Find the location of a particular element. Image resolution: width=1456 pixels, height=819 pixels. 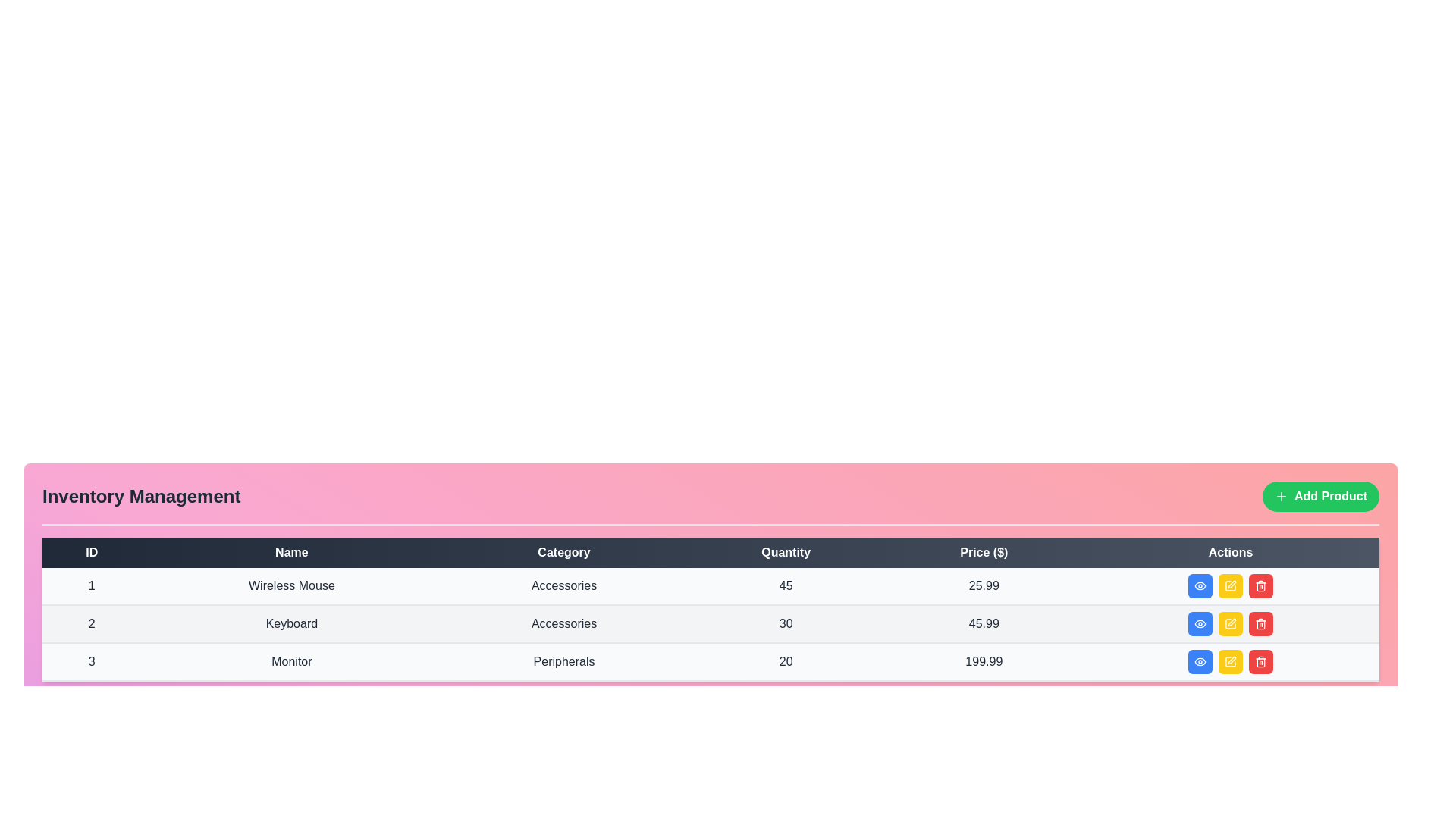

the Text Label displaying the price of the product 'Keyboard' in the second row of the inventory management table, located in the 'Price ($)' column is located at coordinates (984, 623).